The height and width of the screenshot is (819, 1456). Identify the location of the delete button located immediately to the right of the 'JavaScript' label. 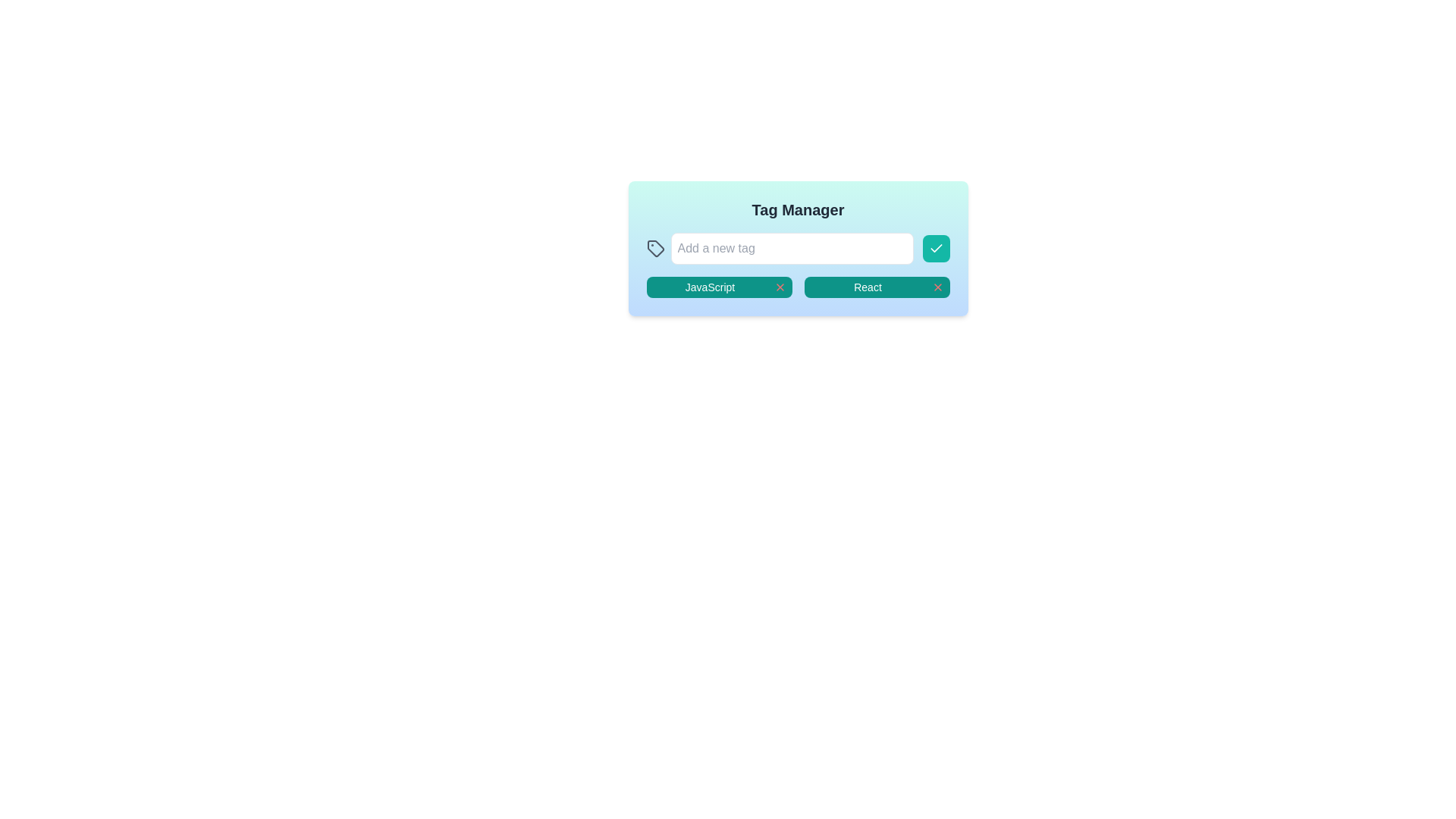
(780, 287).